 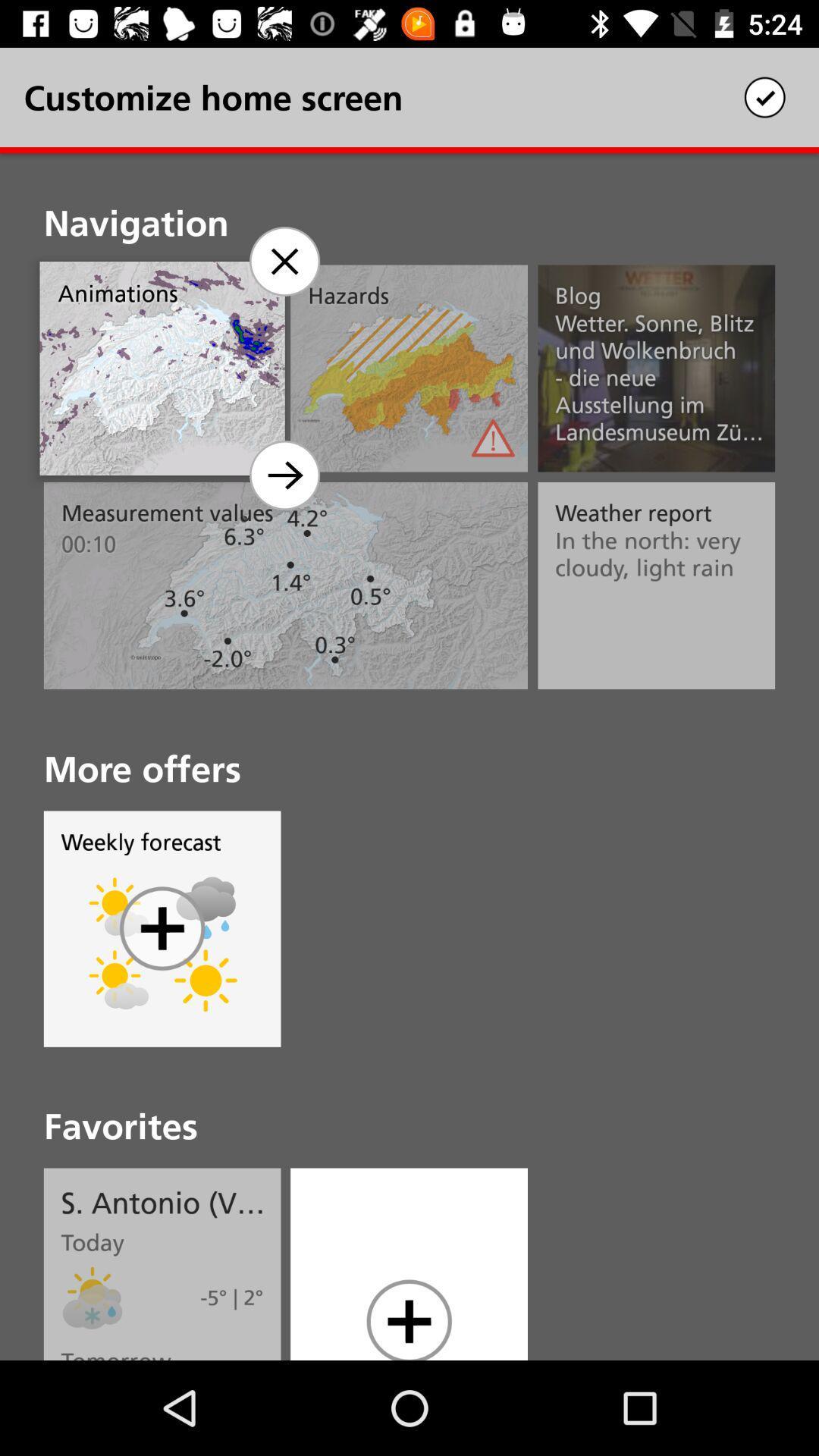 What do you see at coordinates (162, 928) in the screenshot?
I see `symbol in circle which is below weekly forecast` at bounding box center [162, 928].